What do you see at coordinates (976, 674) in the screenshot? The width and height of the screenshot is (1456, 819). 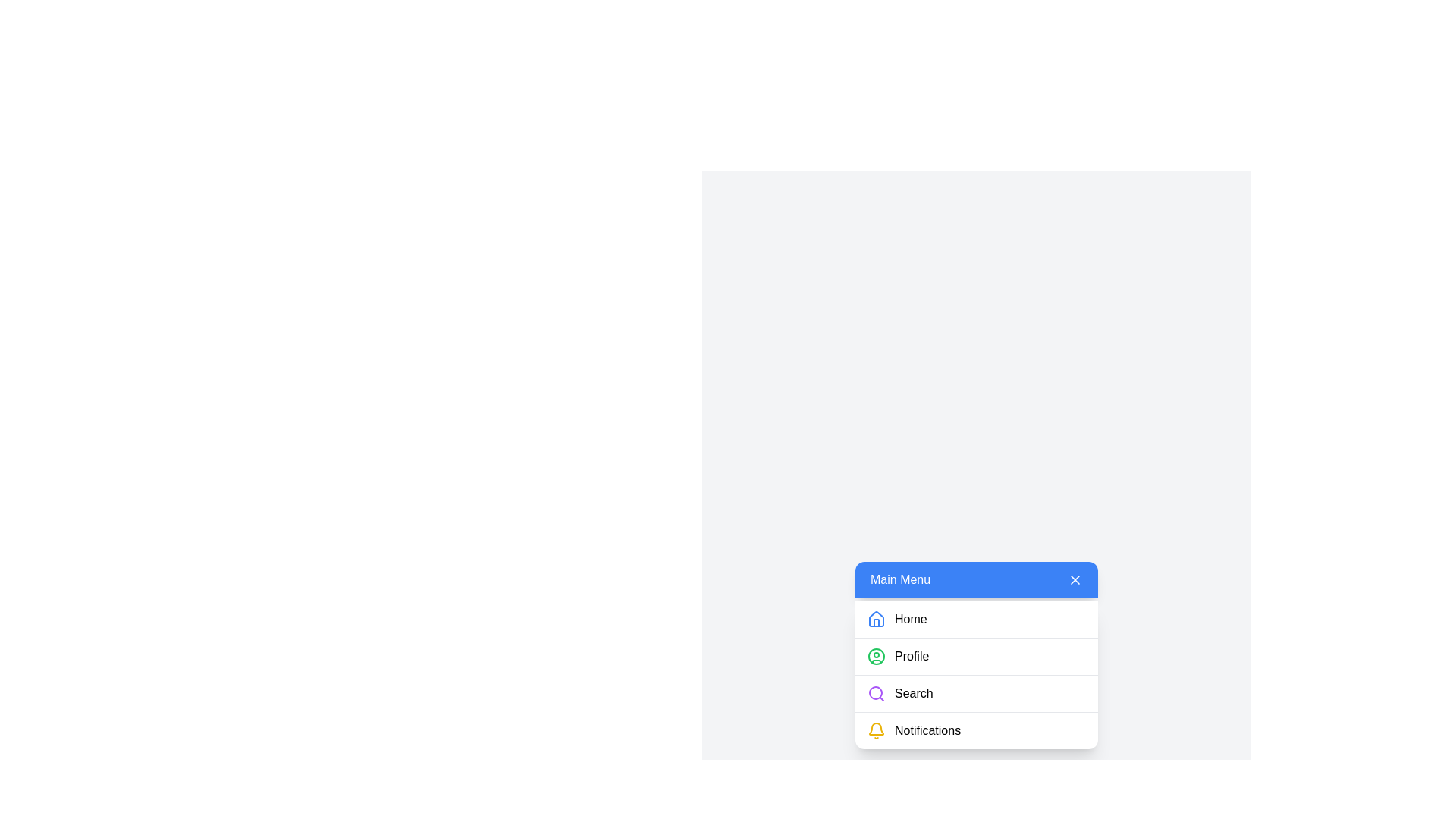 I see `the dropdown navigation menu labeled 'Main Menu' which contains options such as 'Home', 'Profile', 'Search', and 'Notifications'` at bounding box center [976, 674].